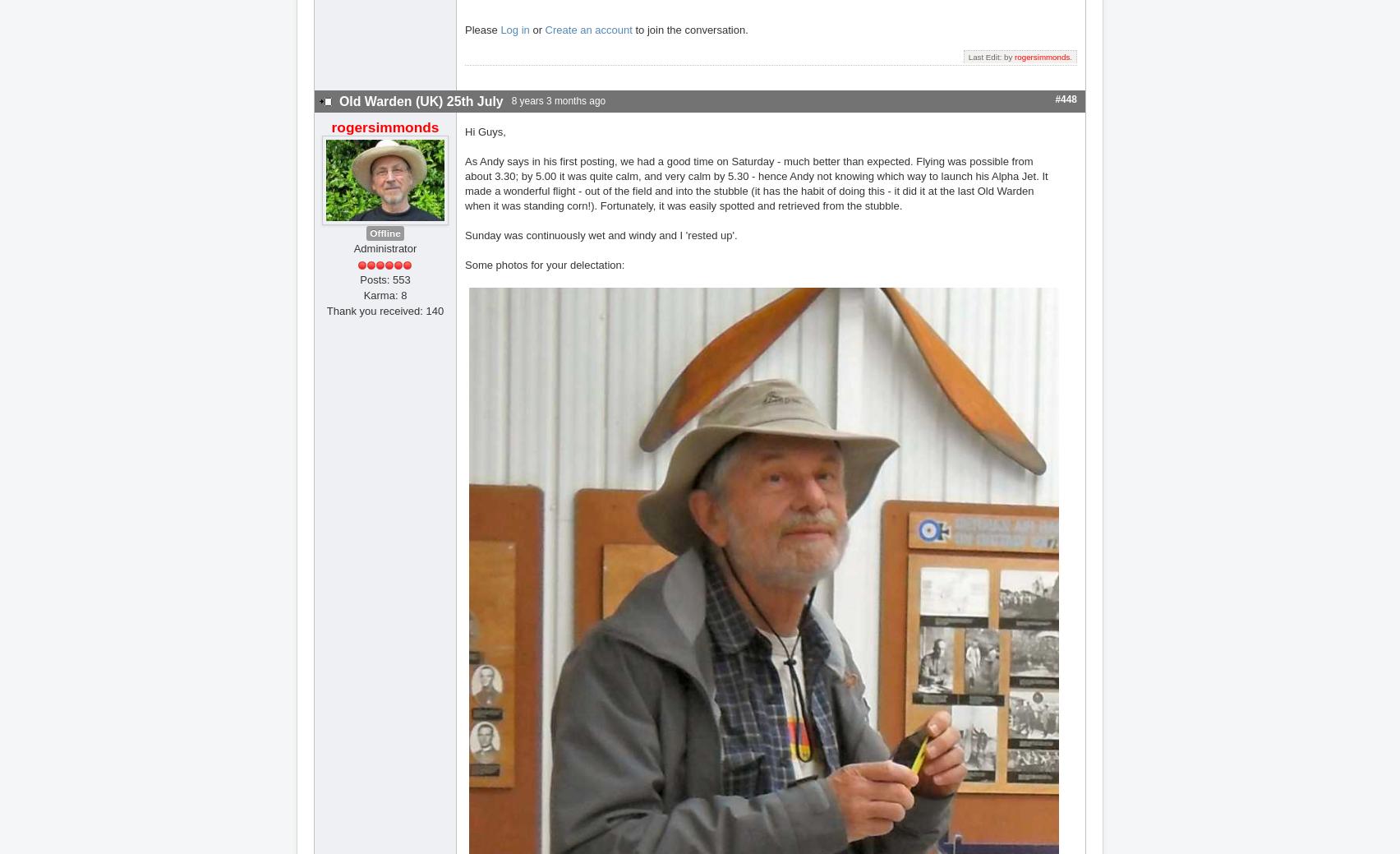  I want to click on 'to join the conversation.', so click(688, 28).